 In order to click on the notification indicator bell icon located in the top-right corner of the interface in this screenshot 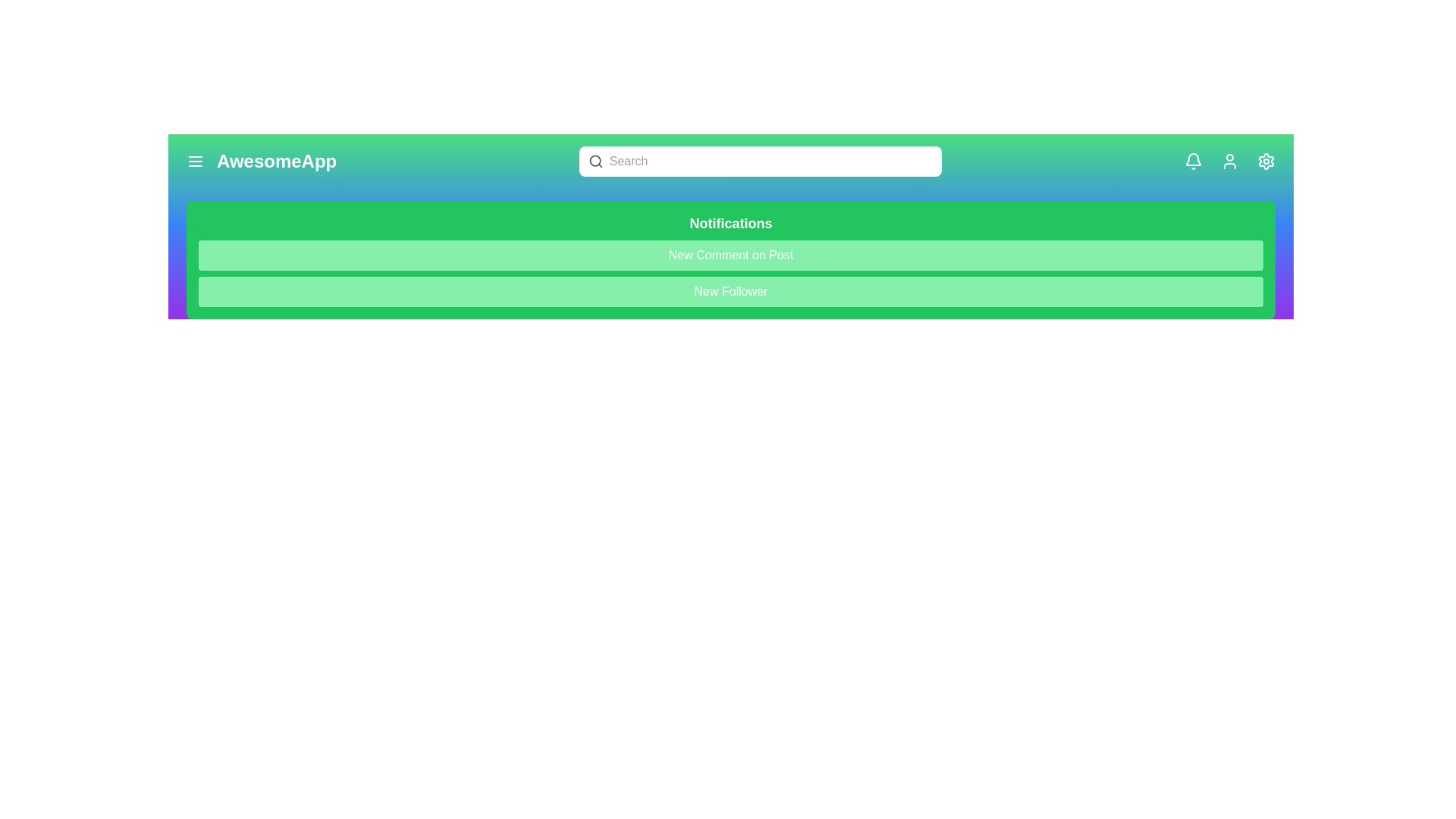, I will do `click(1193, 159)`.